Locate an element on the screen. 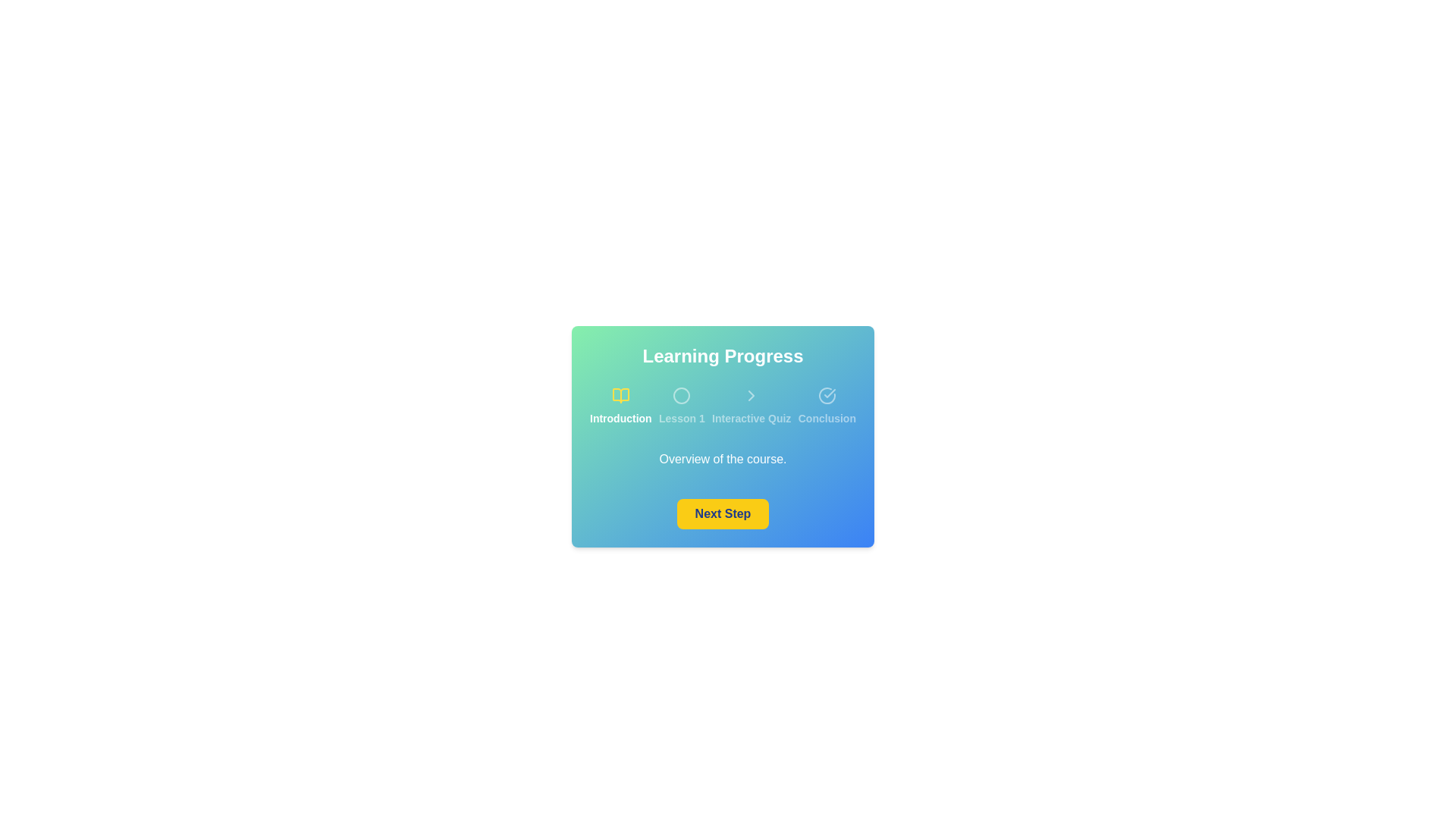 The height and width of the screenshot is (819, 1456). the state of the 'Conclusion' stage indicator, which is the fourth item in the horizontal sequence under 'Learning Progress' is located at coordinates (826, 406).